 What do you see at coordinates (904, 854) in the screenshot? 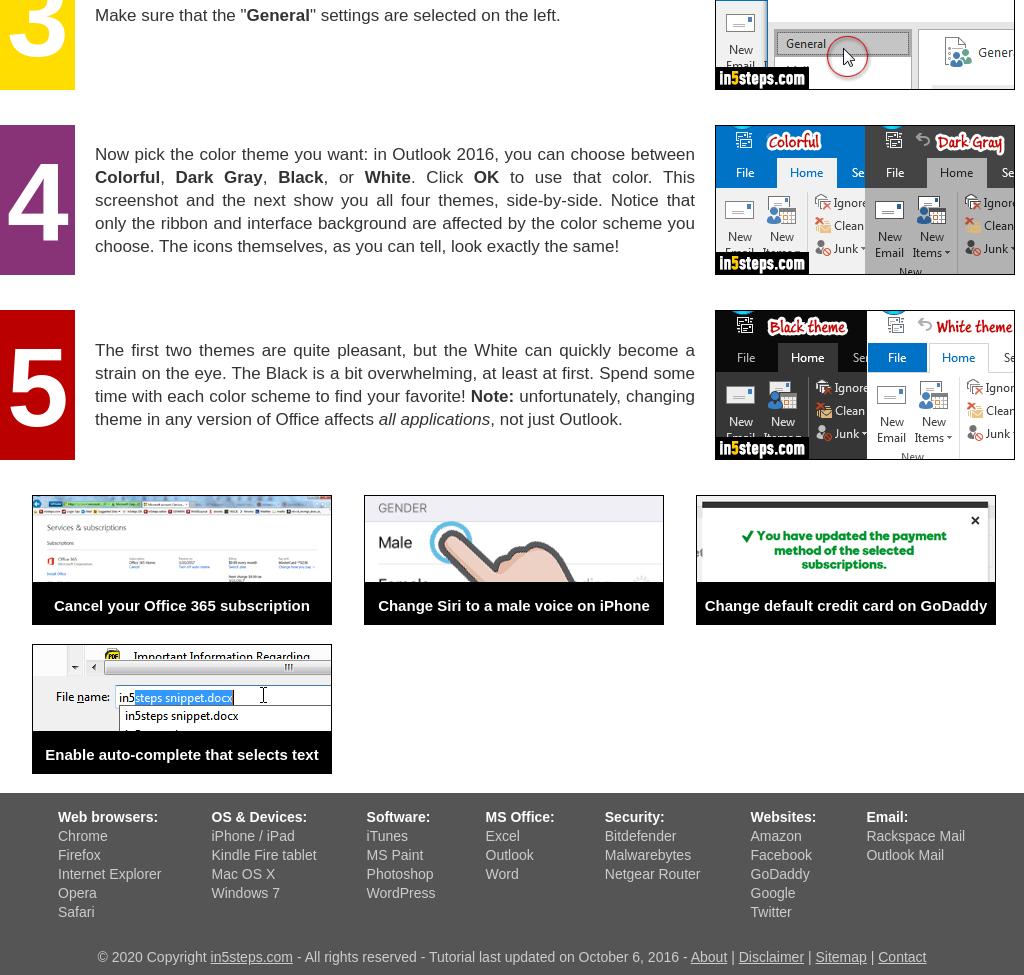
I see `'Outlook Mail'` at bounding box center [904, 854].